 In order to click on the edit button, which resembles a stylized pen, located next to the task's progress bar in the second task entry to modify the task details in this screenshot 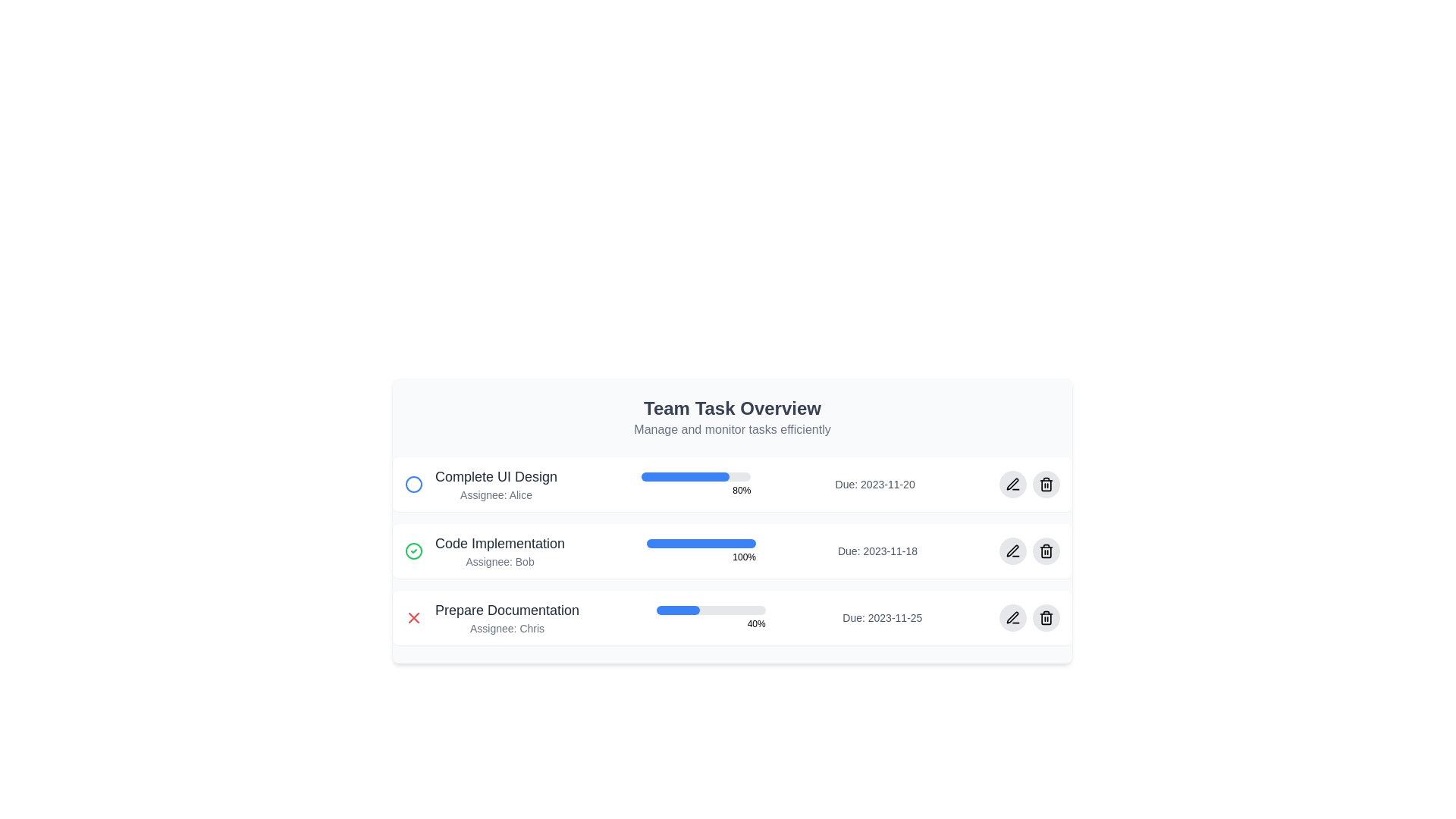, I will do `click(1012, 551)`.